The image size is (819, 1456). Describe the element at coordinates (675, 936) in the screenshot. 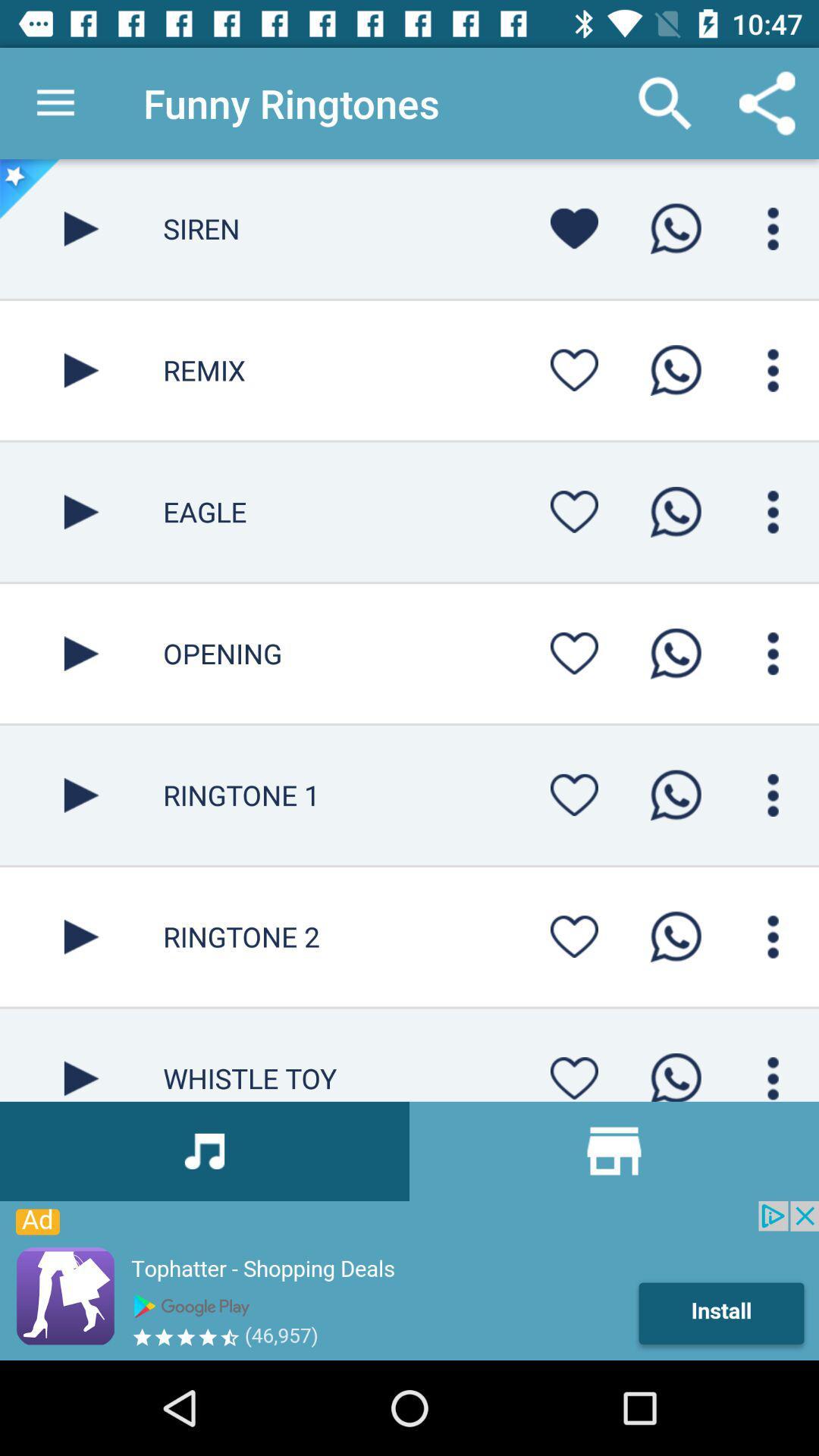

I see `share the ringtone through whats app` at that location.